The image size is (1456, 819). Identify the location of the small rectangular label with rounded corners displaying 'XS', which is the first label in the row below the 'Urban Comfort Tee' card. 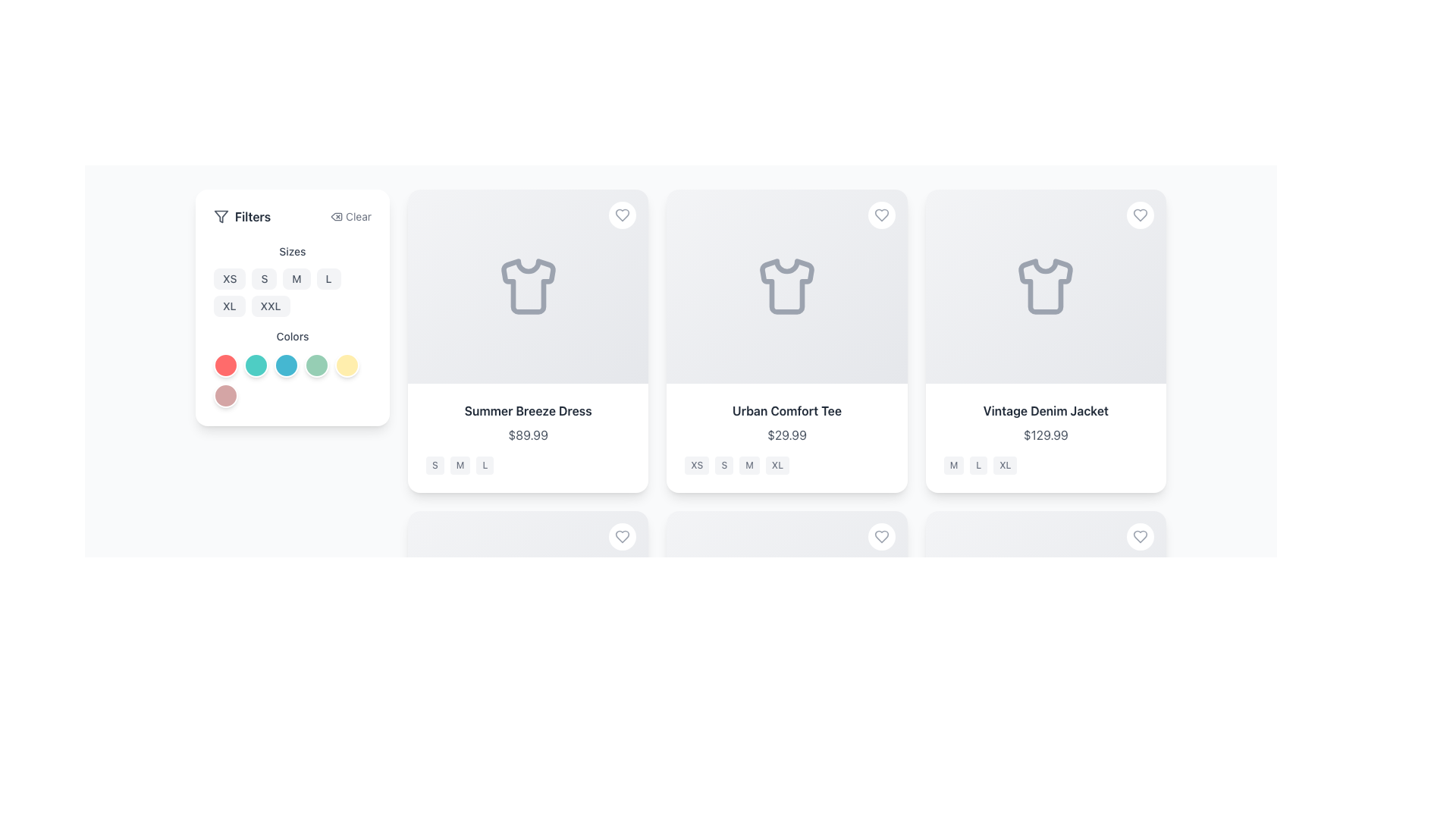
(696, 464).